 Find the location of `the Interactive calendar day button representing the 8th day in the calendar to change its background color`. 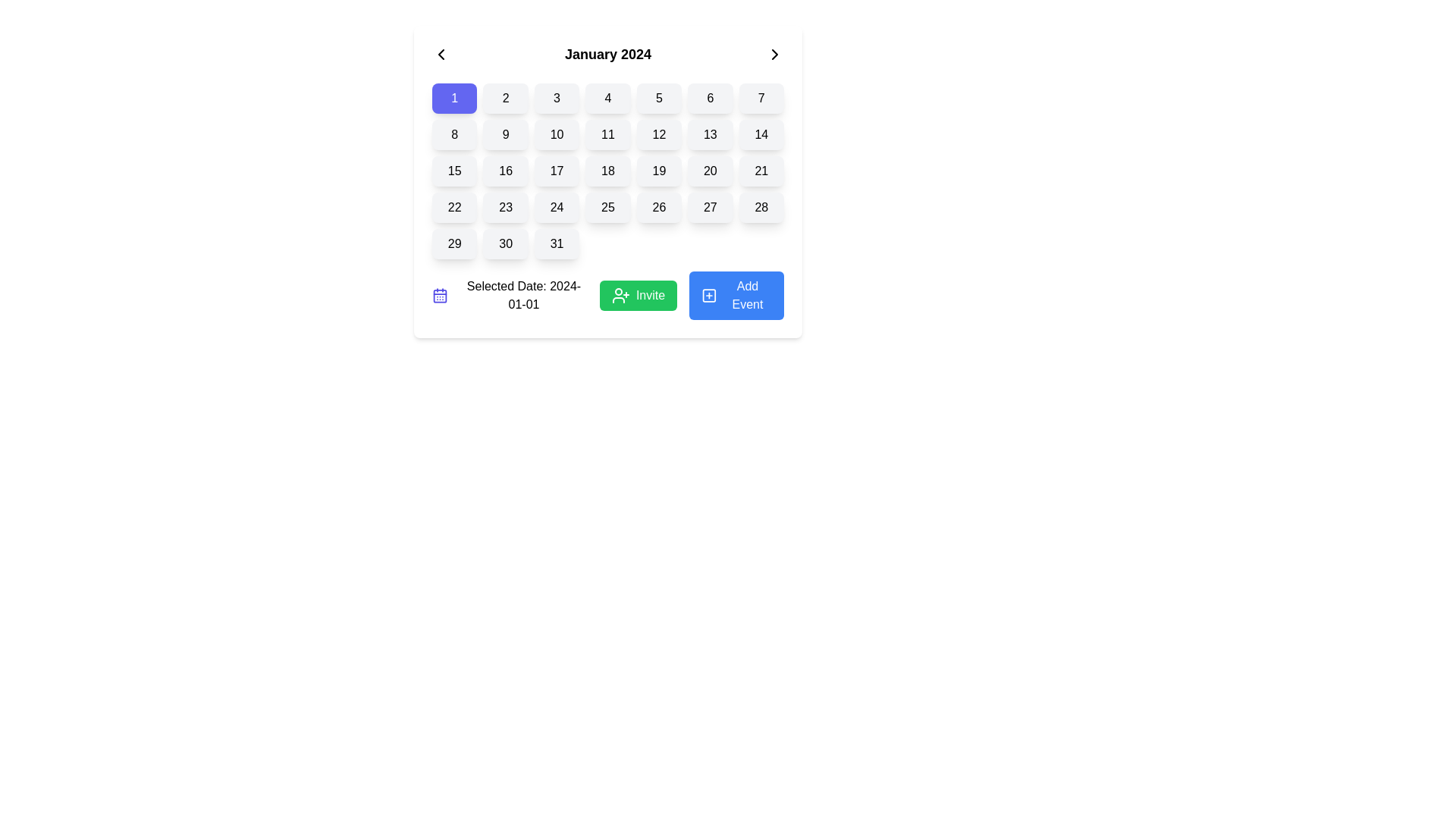

the Interactive calendar day button representing the 8th day in the calendar to change its background color is located at coordinates (453, 133).